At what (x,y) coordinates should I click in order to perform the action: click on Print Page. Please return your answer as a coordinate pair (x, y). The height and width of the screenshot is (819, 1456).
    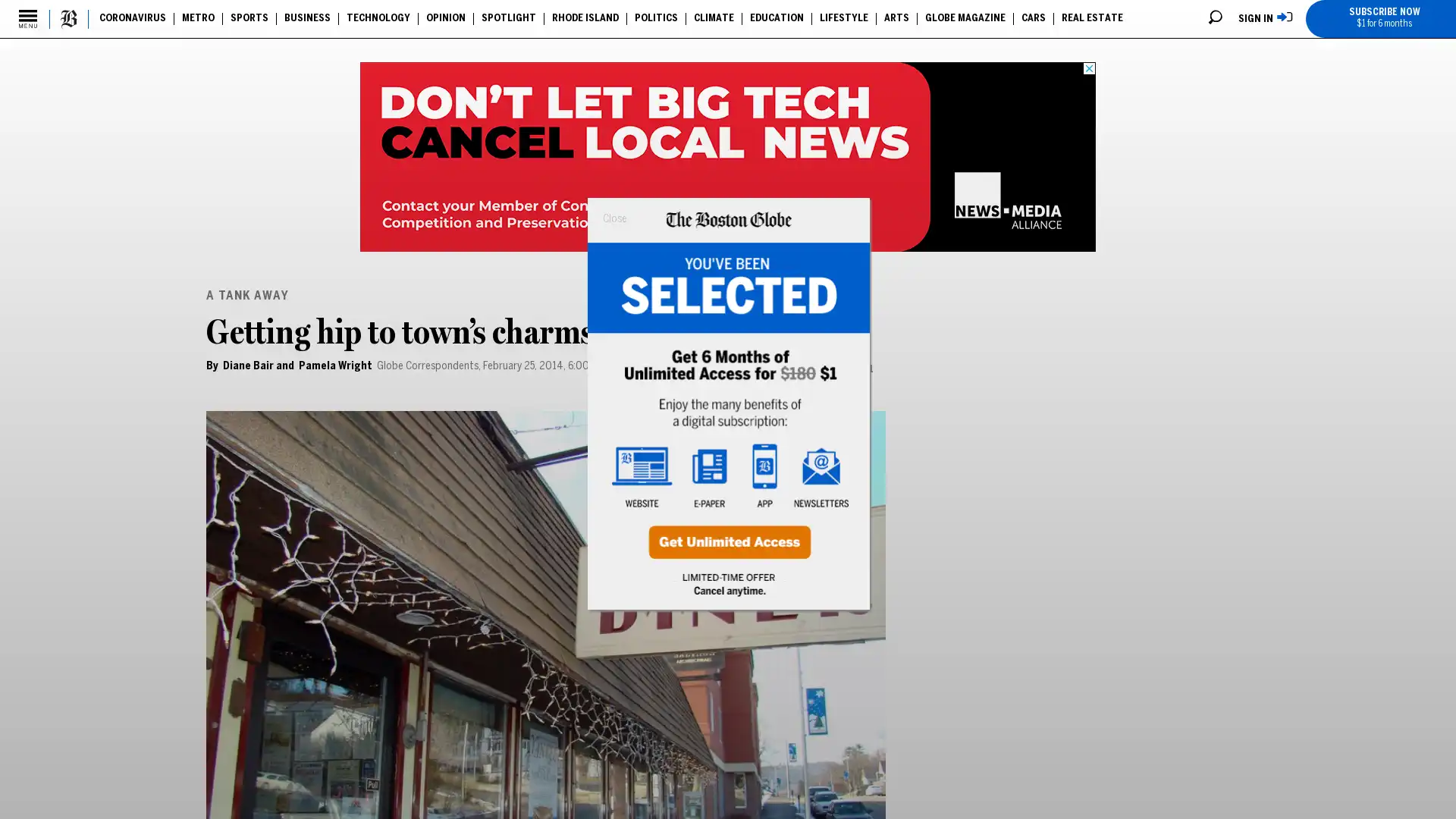
    Looking at the image, I should click on (825, 370).